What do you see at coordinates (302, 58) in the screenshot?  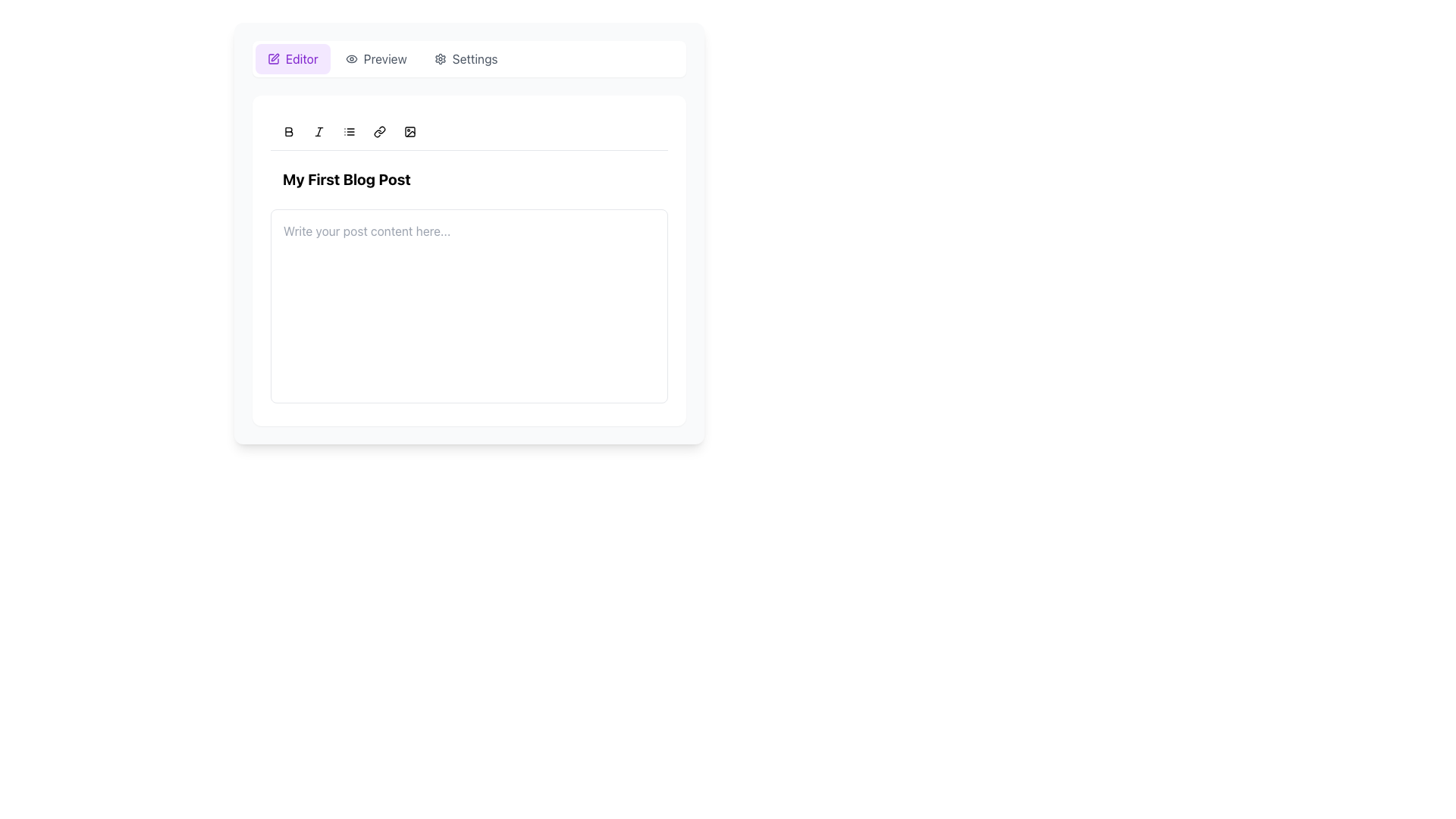 I see `text label displaying 'Editor', which is located to the right of the leftmost icon in the top-left corner of the interface` at bounding box center [302, 58].